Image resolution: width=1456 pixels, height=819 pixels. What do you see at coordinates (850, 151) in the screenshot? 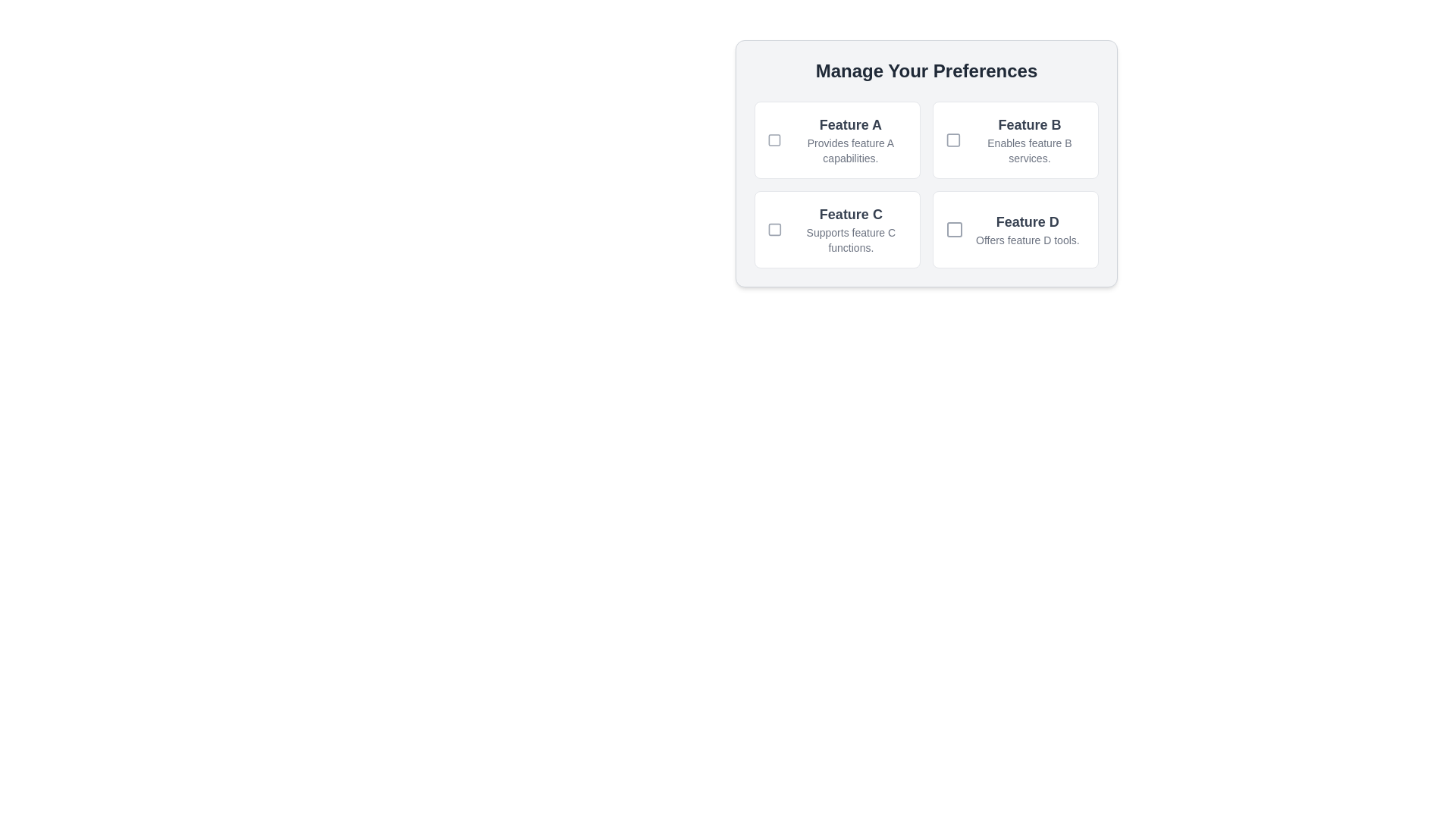
I see `the text label that reads 'Provides feature A capabilities.', which is styled in a smaller font size and gray color, located beneath the heading 'Feature A' in the preferences selection box` at bounding box center [850, 151].